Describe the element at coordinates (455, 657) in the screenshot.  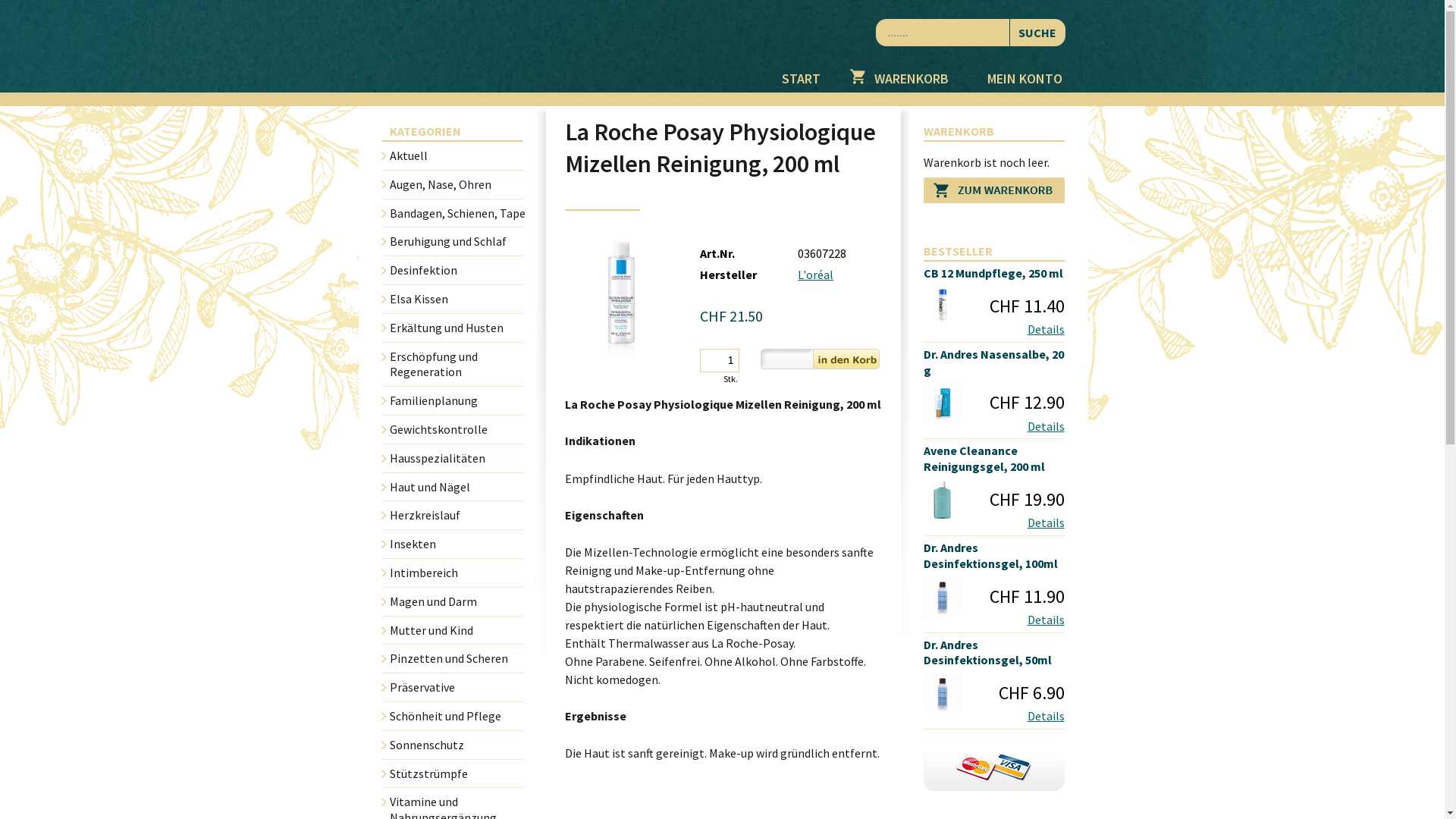
I see `'Pinzetten und Scheren'` at that location.